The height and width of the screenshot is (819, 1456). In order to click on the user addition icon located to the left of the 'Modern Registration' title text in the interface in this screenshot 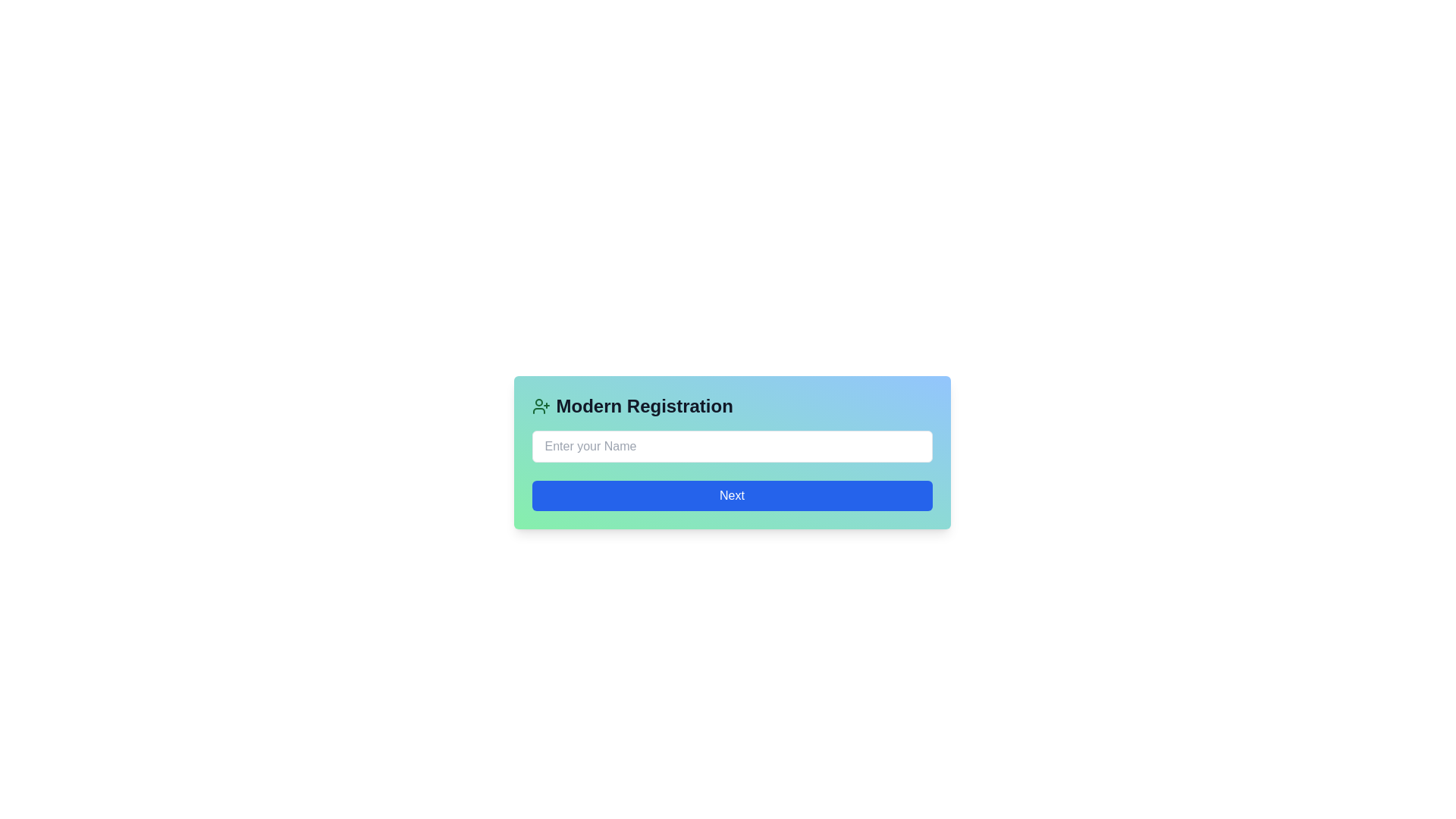, I will do `click(541, 406)`.